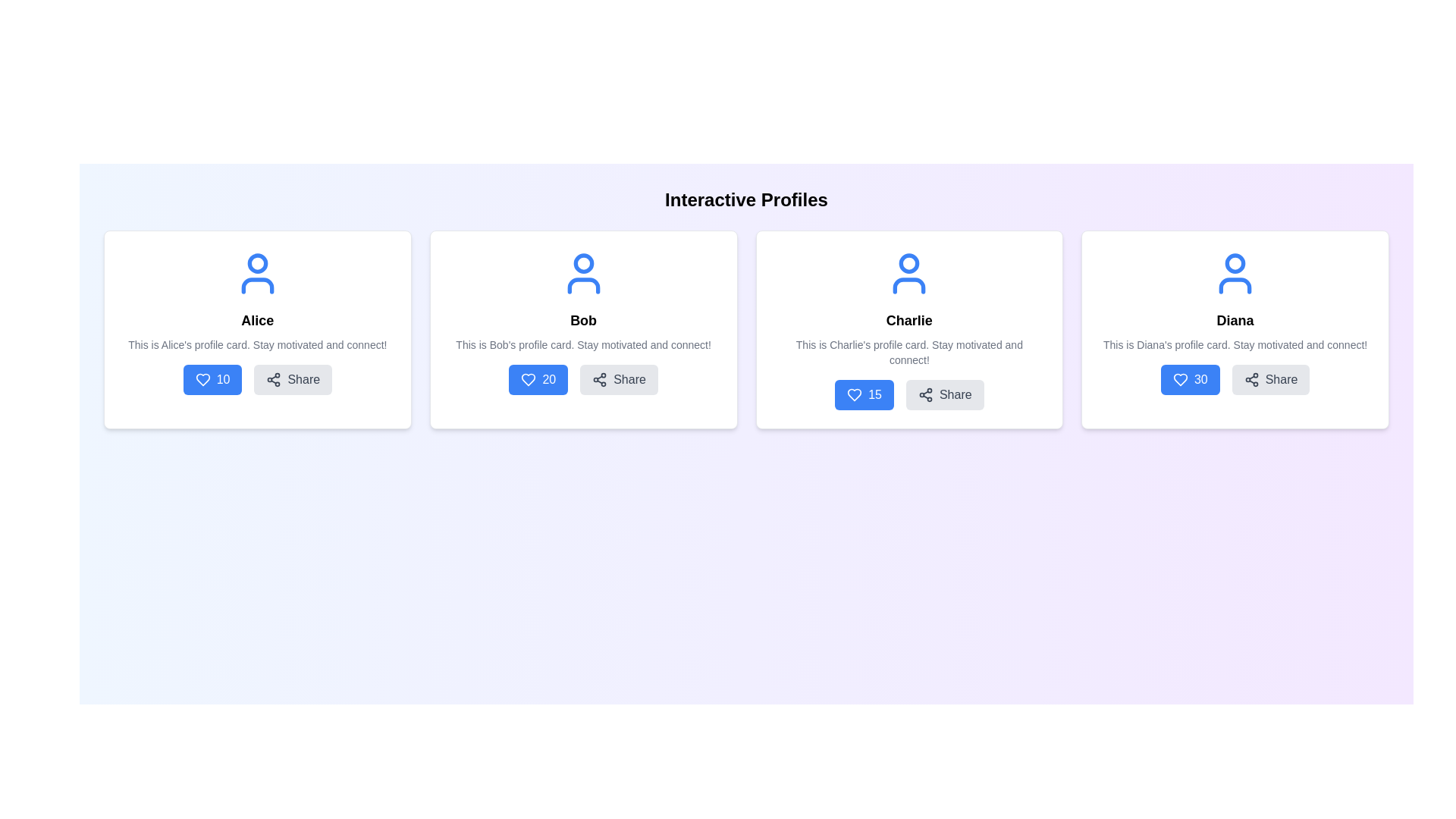 This screenshot has height=819, width=1456. I want to click on the text block containing the phrase "This is Bob's profile card. Stay motivated and connect!" which is styled with gray color and small font size, located below the name 'Bob' in the second profile card, so click(582, 345).